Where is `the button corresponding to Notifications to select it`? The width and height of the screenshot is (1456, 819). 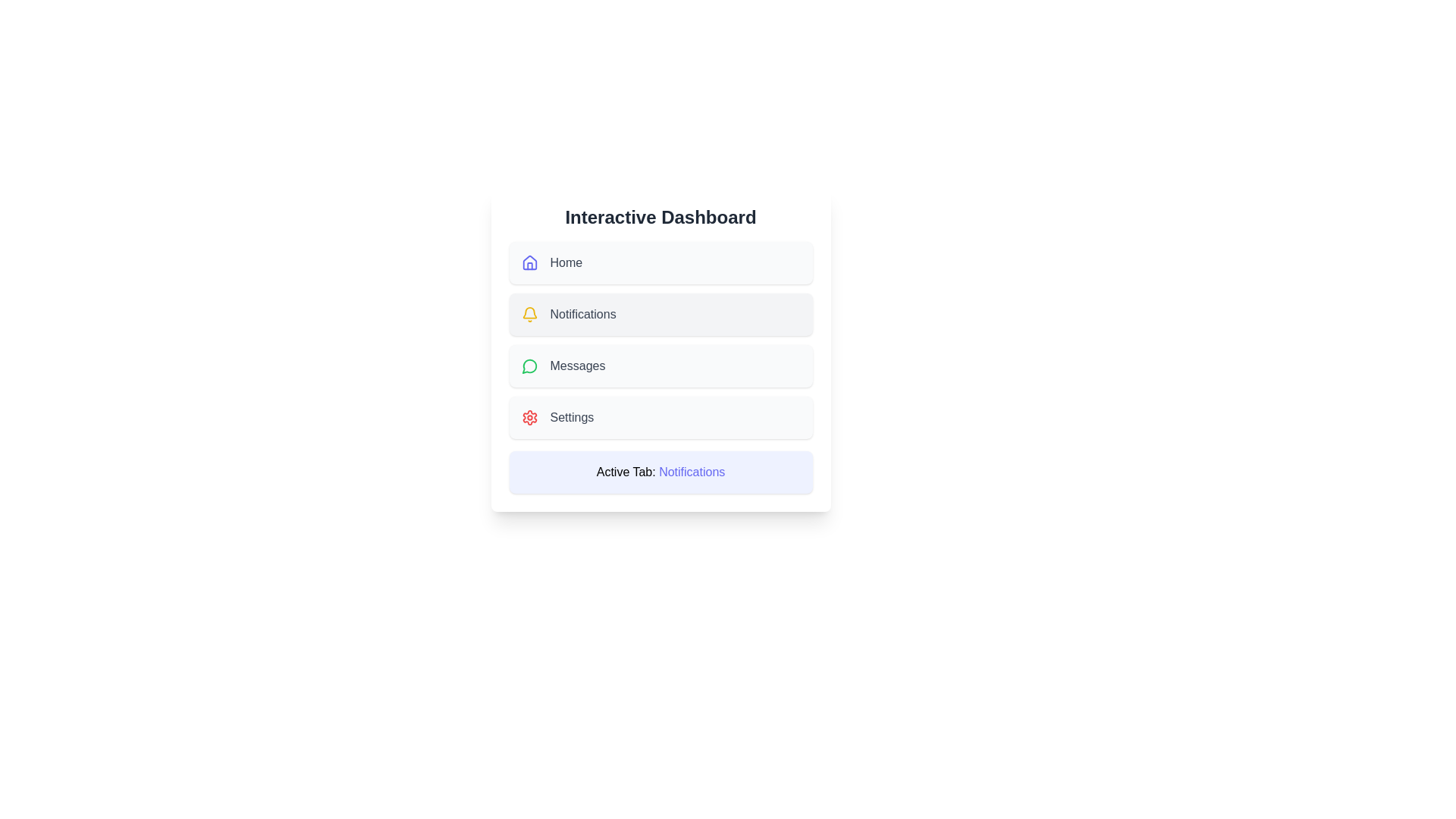
the button corresponding to Notifications to select it is located at coordinates (661, 314).